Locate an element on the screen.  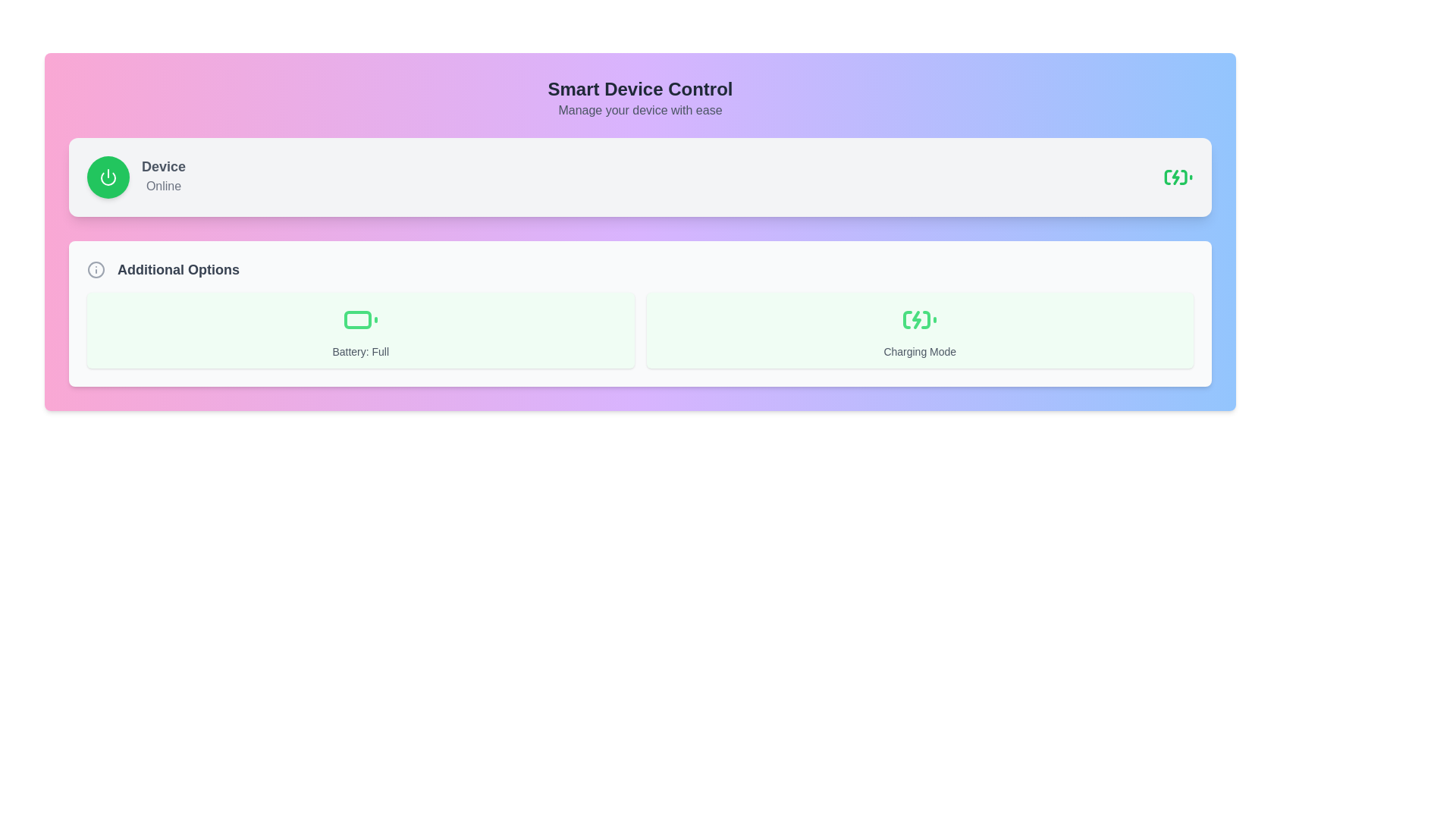
the SVG Icon representing the battery status within the 'Battery: Full' card in the 'Additional Options' section is located at coordinates (359, 318).